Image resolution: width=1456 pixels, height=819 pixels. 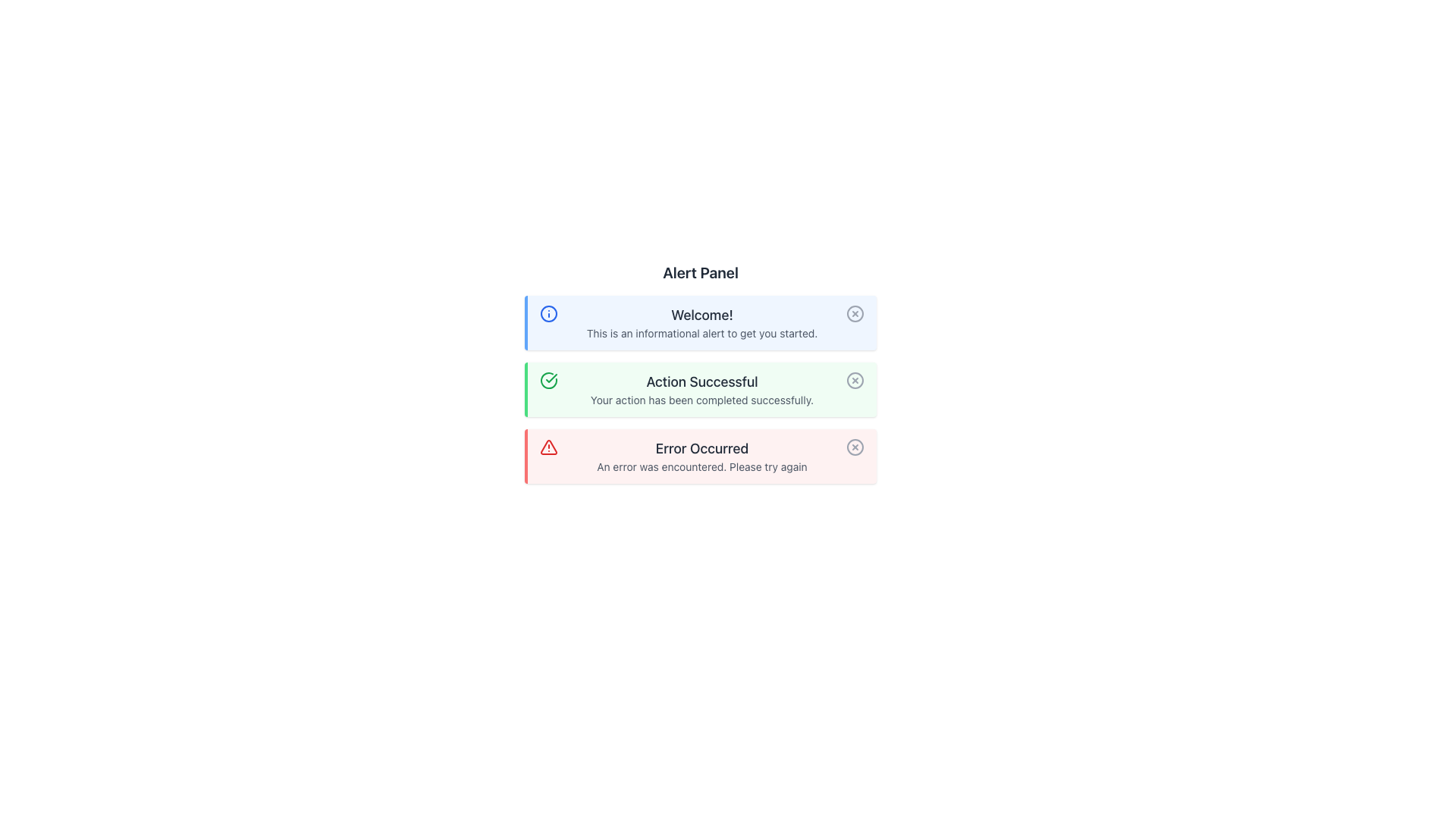 I want to click on success message text displayed in the second alert of the notification panel, positioned between 'Welcome!' and 'Error Occurred', so click(x=701, y=388).